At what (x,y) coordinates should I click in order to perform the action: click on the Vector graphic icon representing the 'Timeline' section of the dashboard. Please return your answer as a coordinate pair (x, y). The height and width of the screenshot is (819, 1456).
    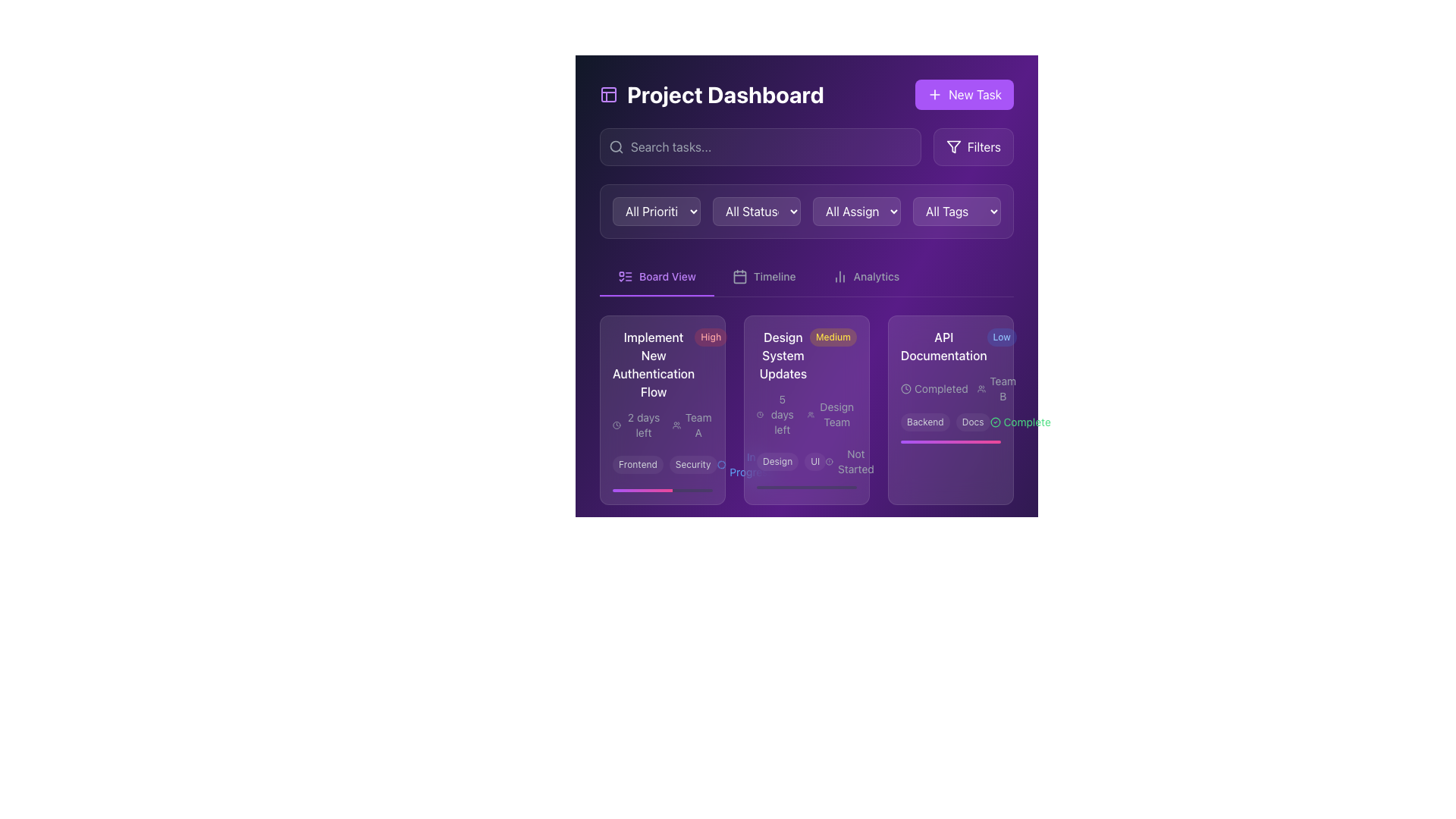
    Looking at the image, I should click on (739, 277).